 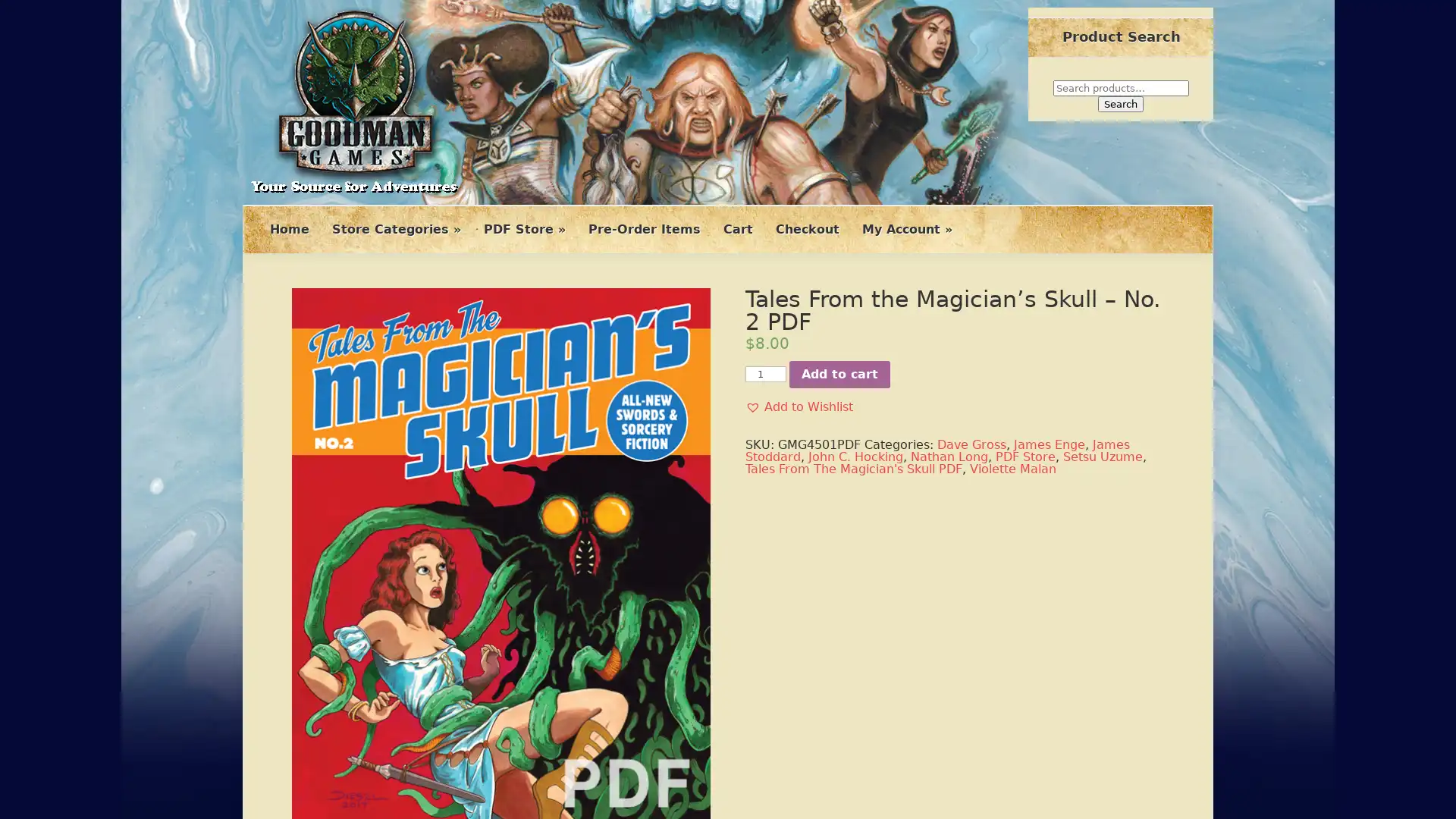 I want to click on Search, so click(x=1121, y=103).